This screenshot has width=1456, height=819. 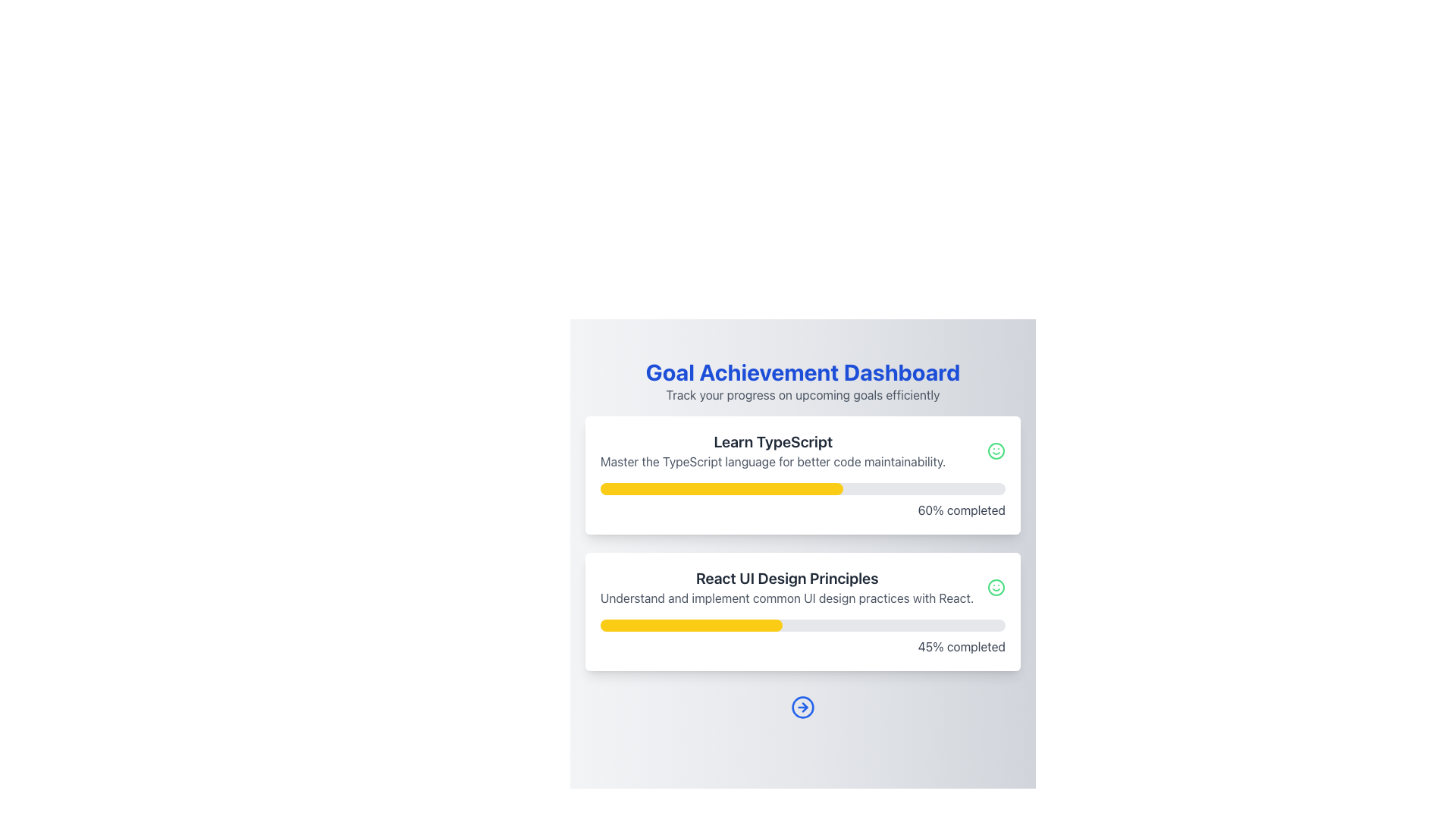 I want to click on the color and width of the filled portion of the Progress Bar located in the 'Learn TypeScript' card, positioned below the title and above the '60% completed' text, so click(x=802, y=488).